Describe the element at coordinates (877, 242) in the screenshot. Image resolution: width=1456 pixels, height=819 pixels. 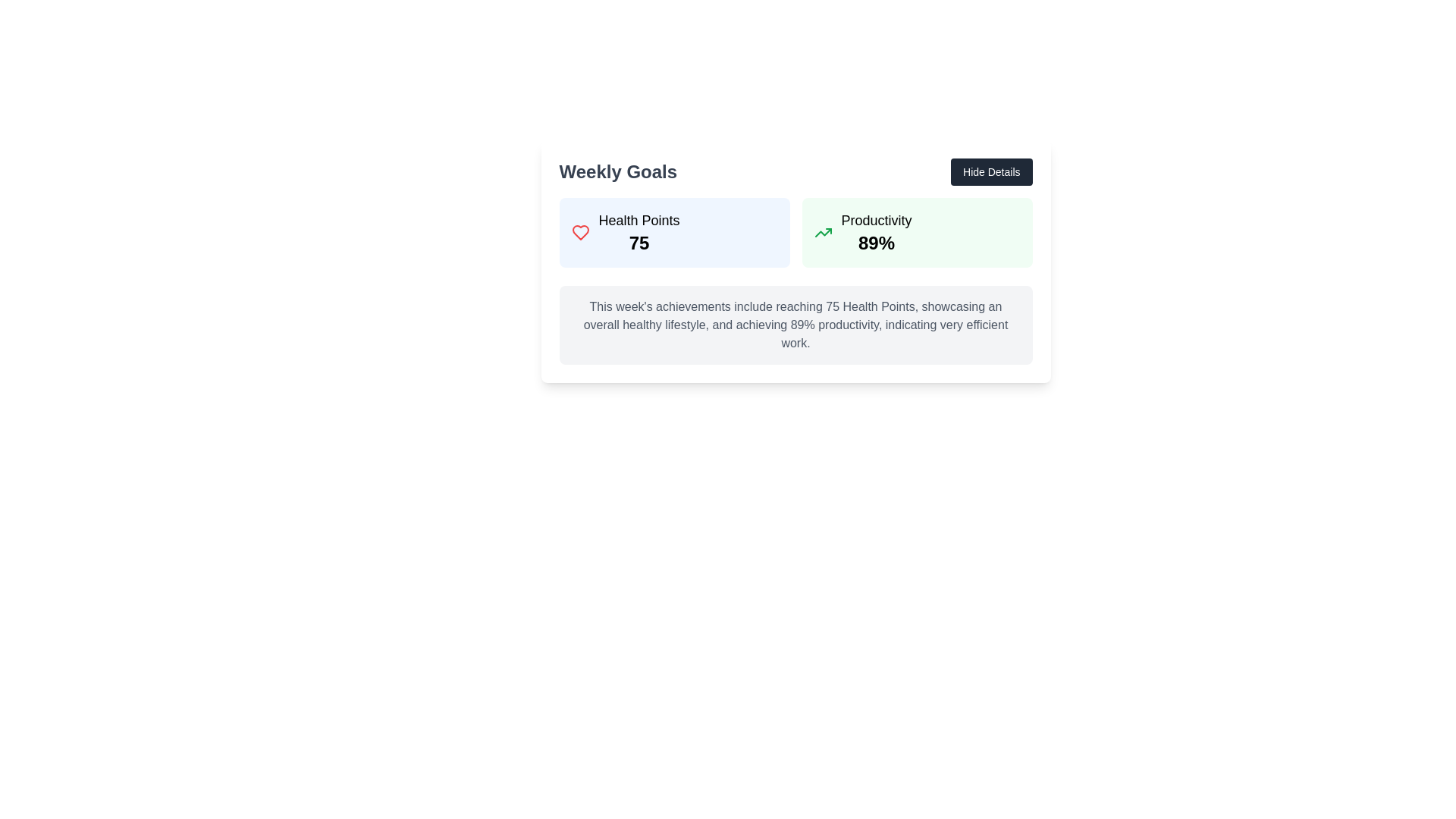
I see `the Text Label that displays the productivity percentage, located in the 'Productivity' section under the 'Weekly Goals' heading` at that location.